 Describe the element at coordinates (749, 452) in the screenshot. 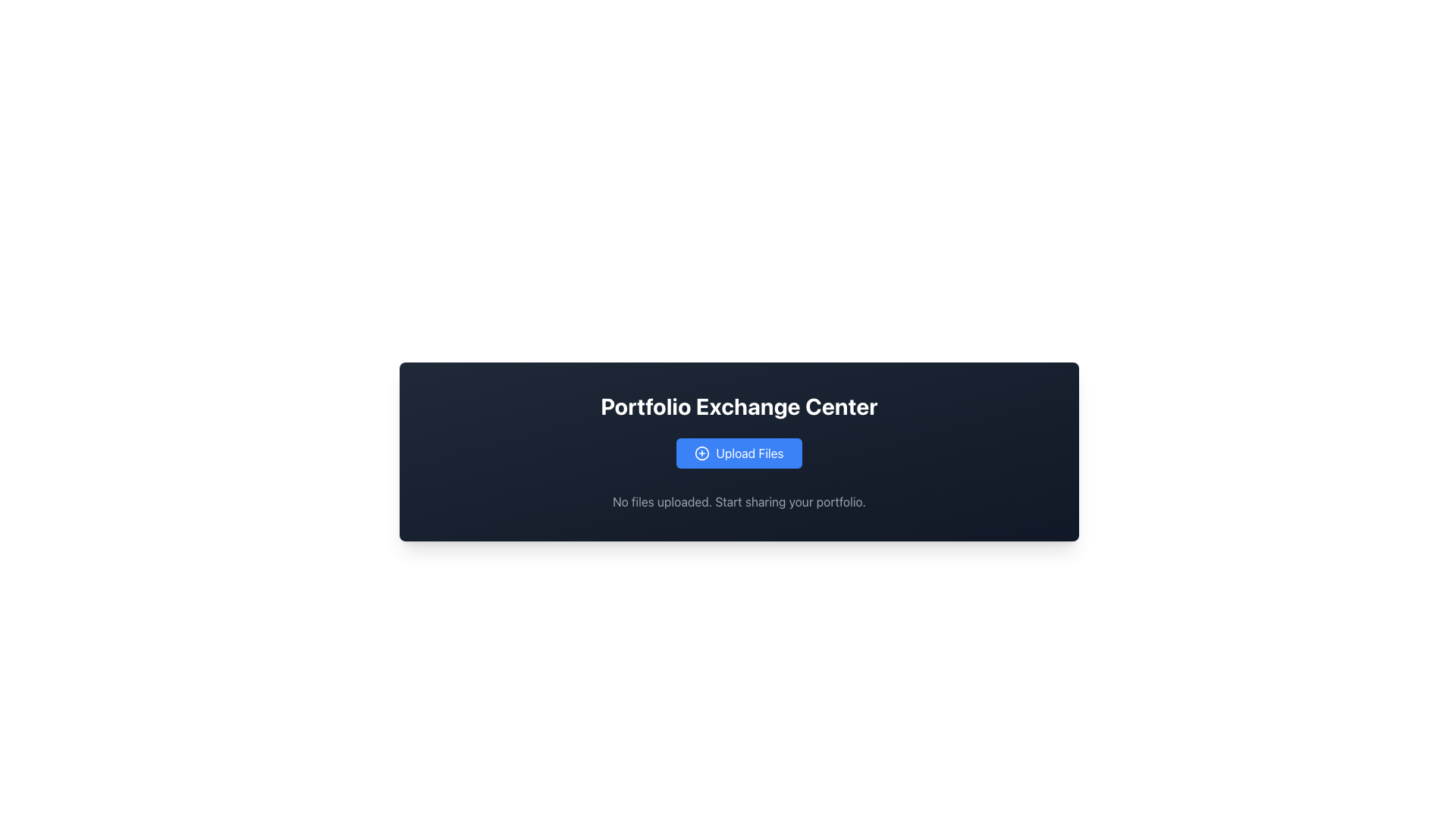

I see `the label indicating the action of uploading files, which is centrally located within the upload button near the bottom center of the interface` at that location.